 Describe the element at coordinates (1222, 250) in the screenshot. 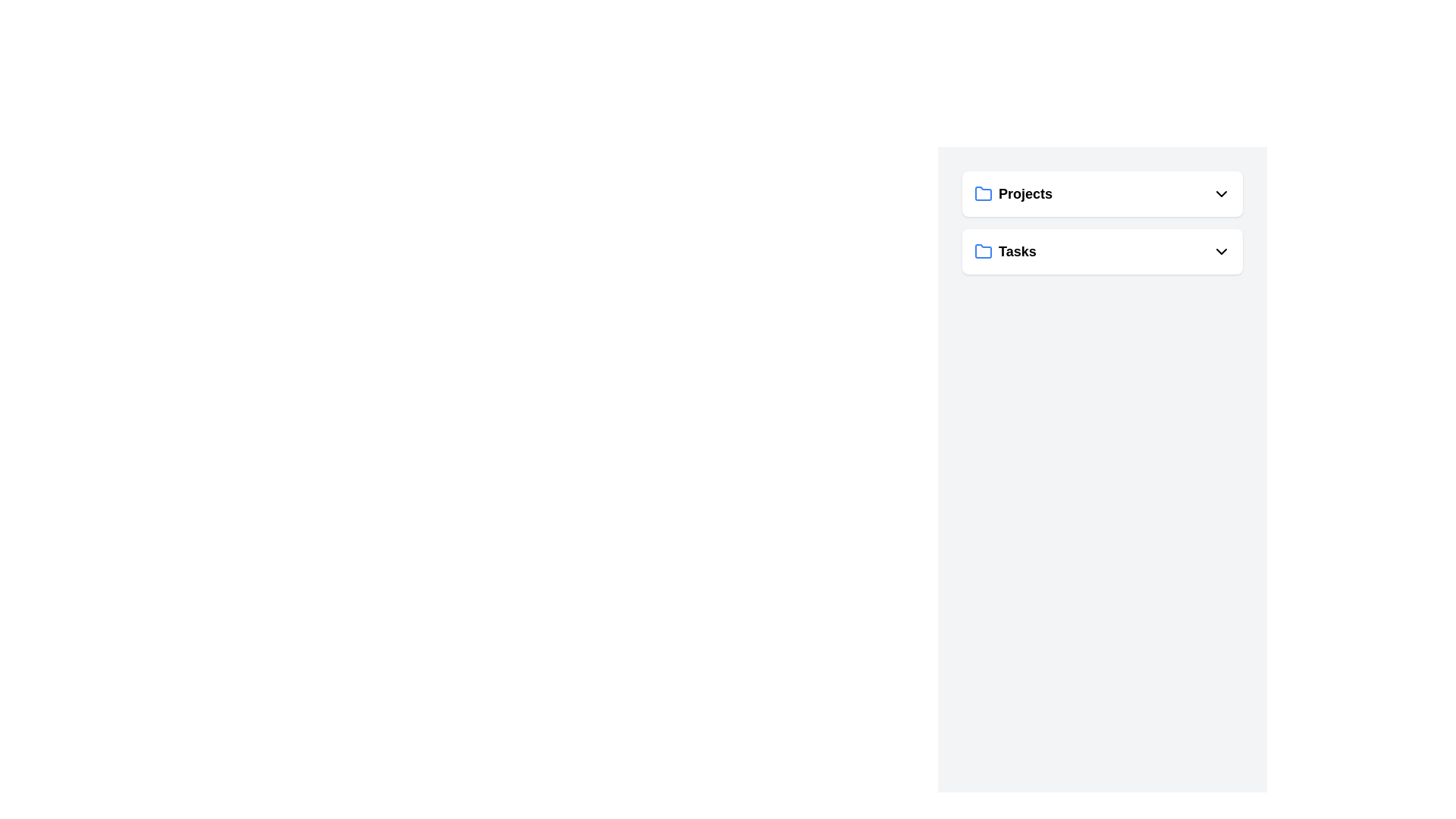

I see `the toggle button at the far right end of the 'Tasks' row` at that location.